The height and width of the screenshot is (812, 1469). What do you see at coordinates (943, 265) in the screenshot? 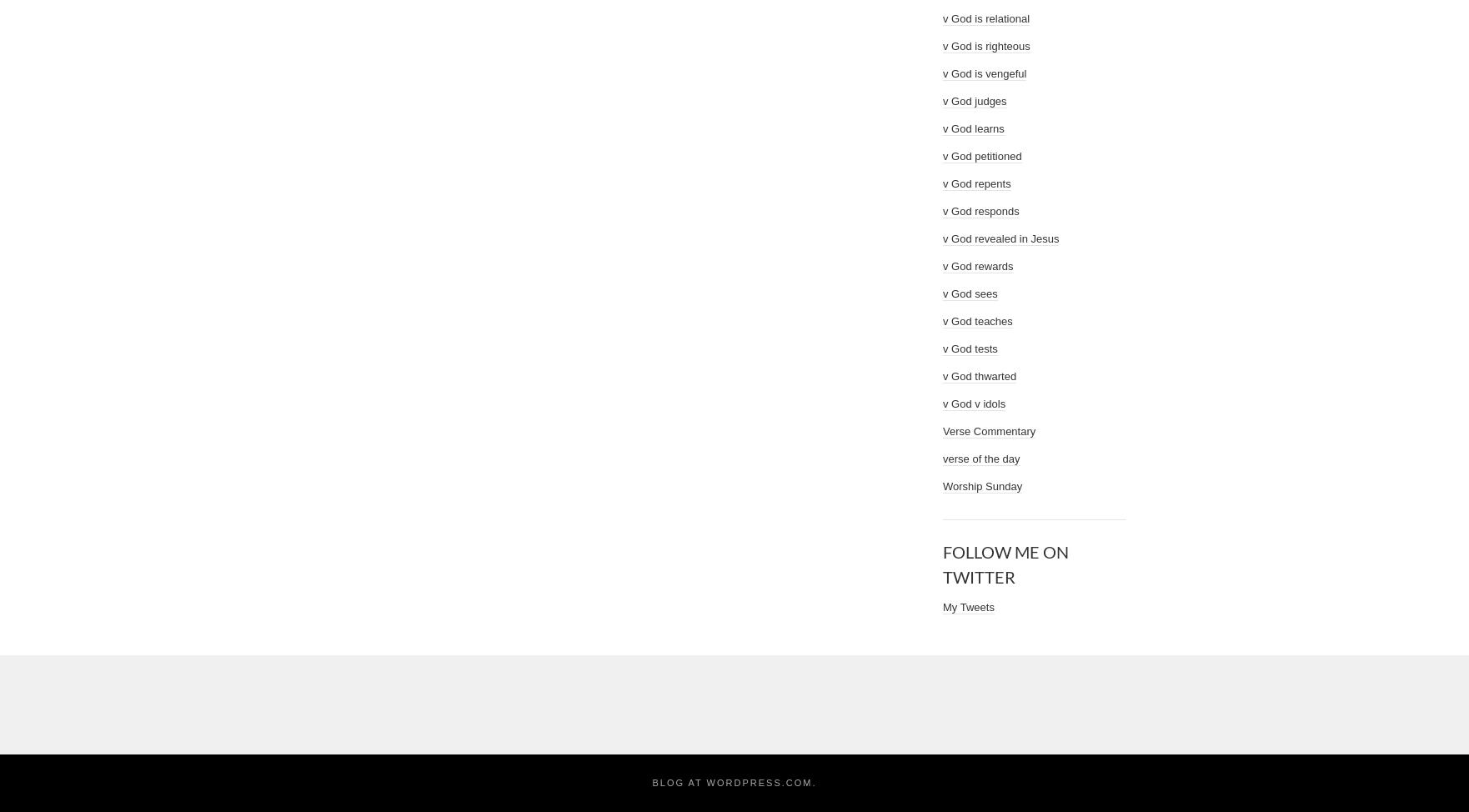
I see `'v God rewards'` at bounding box center [943, 265].